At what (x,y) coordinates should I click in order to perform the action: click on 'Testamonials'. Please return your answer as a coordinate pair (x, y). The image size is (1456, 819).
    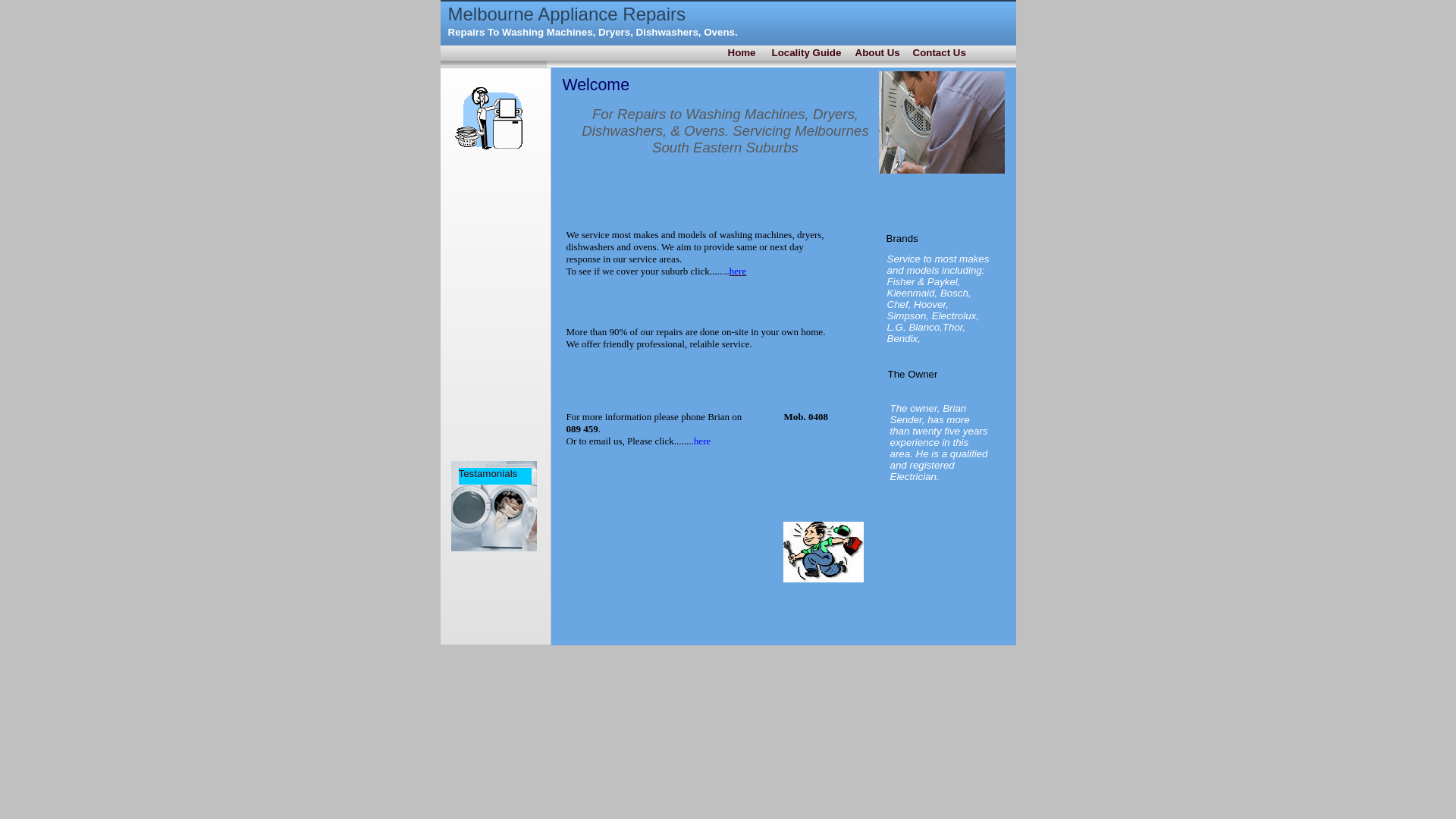
    Looking at the image, I should click on (488, 472).